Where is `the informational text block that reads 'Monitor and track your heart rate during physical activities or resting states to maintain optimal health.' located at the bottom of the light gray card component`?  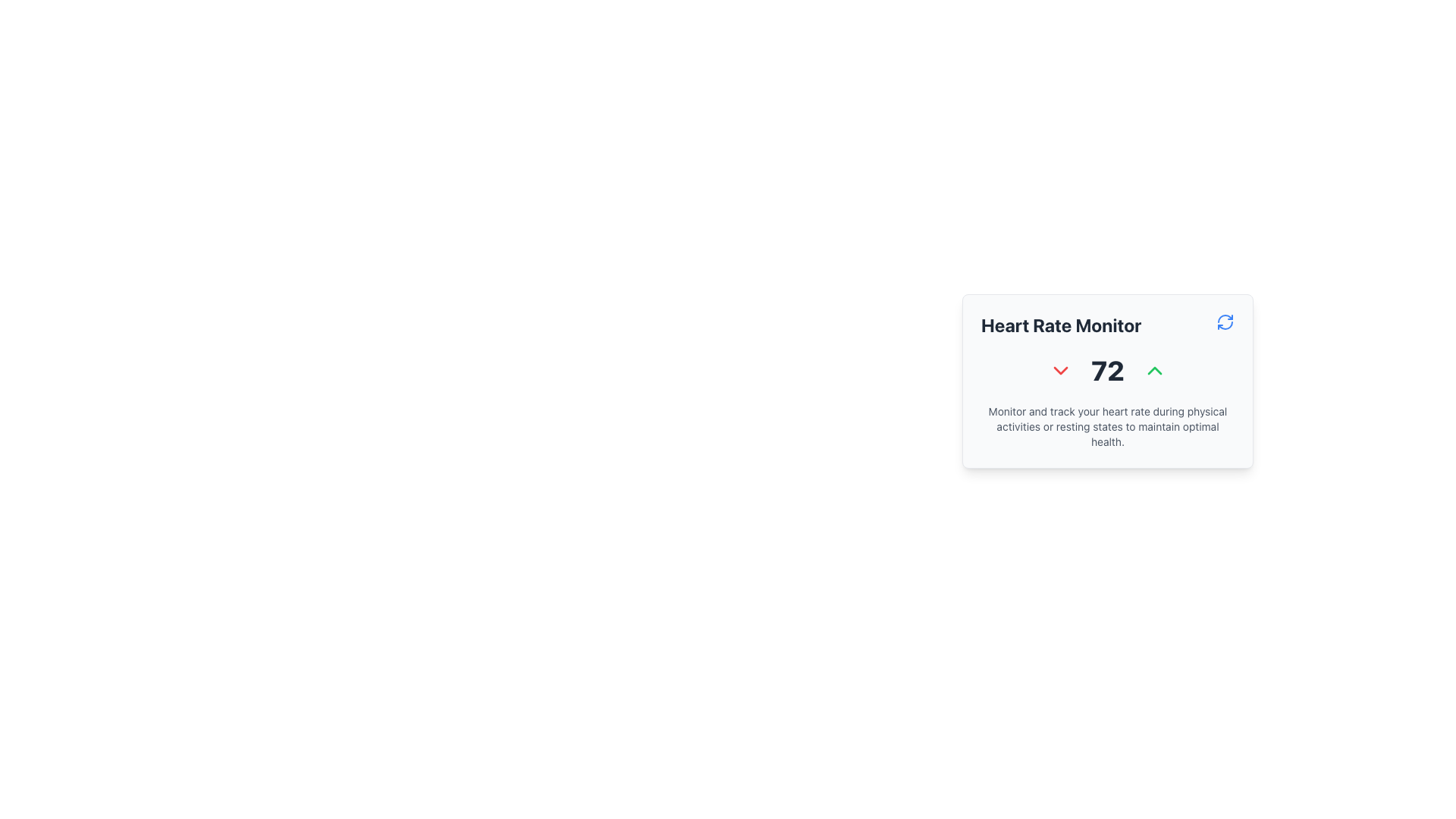
the informational text block that reads 'Monitor and track your heart rate during physical activities or resting states to maintain optimal health.' located at the bottom of the light gray card component is located at coordinates (1107, 427).